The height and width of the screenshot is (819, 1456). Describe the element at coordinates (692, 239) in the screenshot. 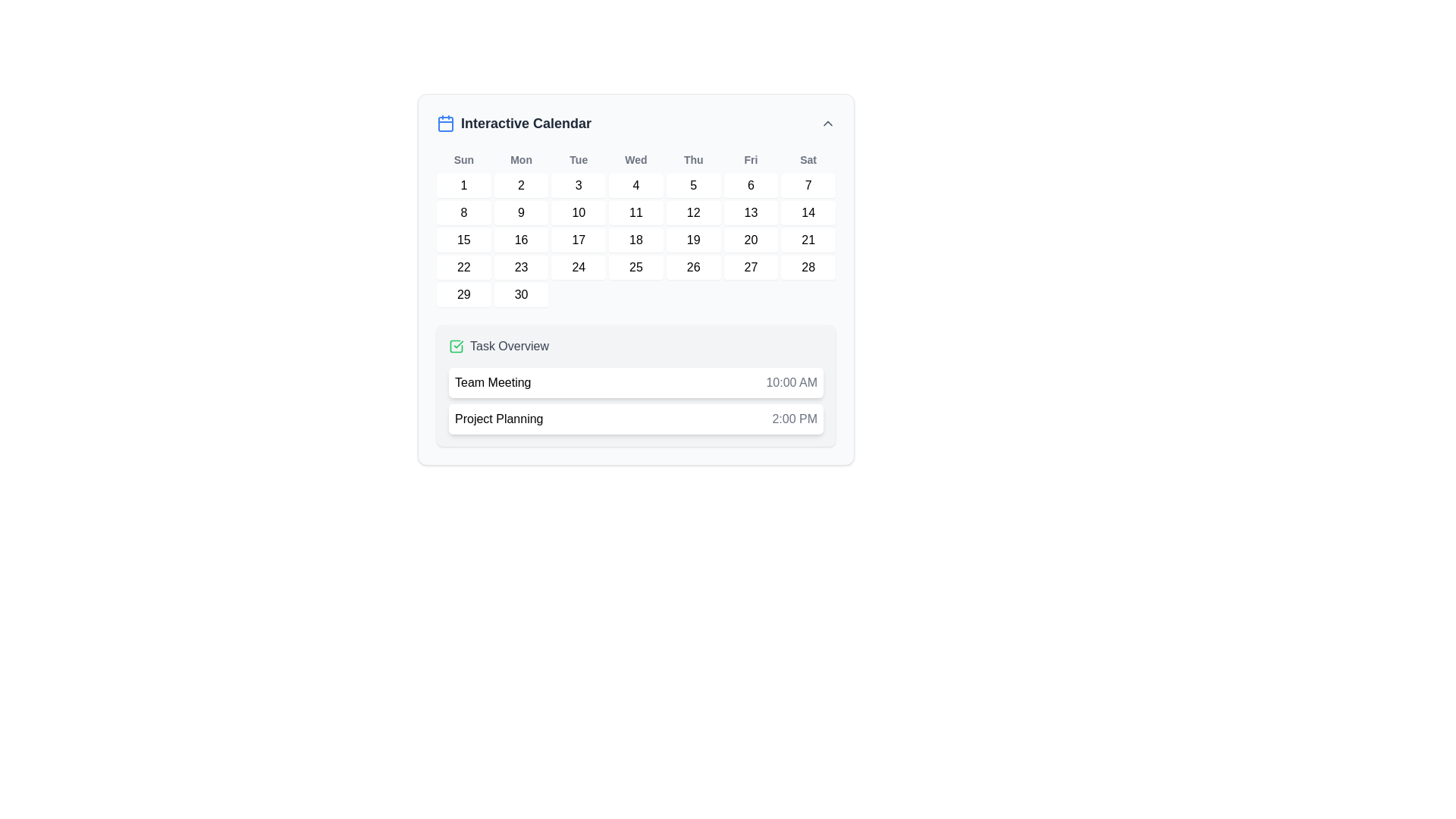

I see `the Button-like clickable calendar date box representing the 19th of the month` at that location.